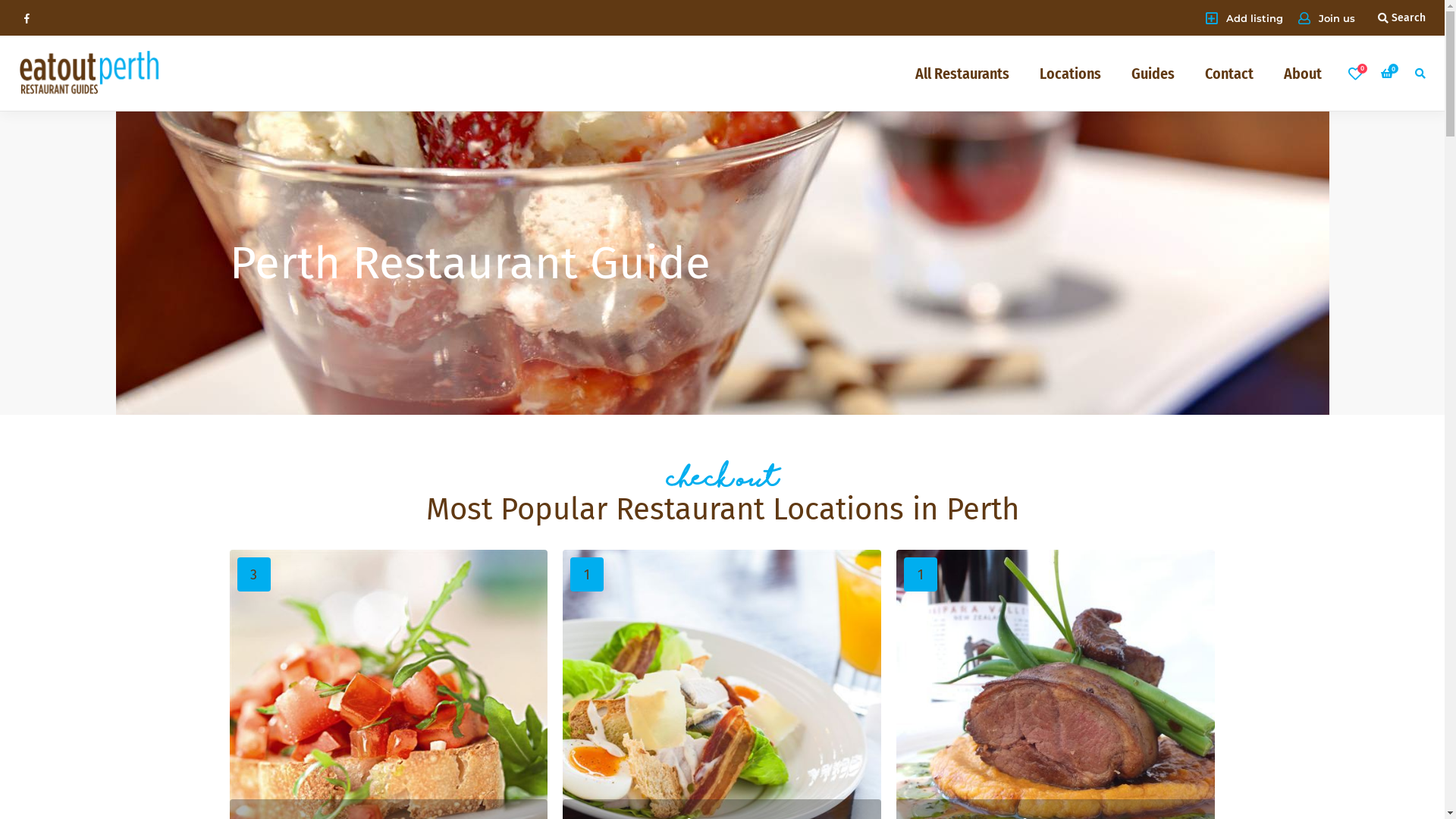 This screenshot has height=819, width=1456. Describe the element at coordinates (1069, 73) in the screenshot. I see `'Locations'` at that location.